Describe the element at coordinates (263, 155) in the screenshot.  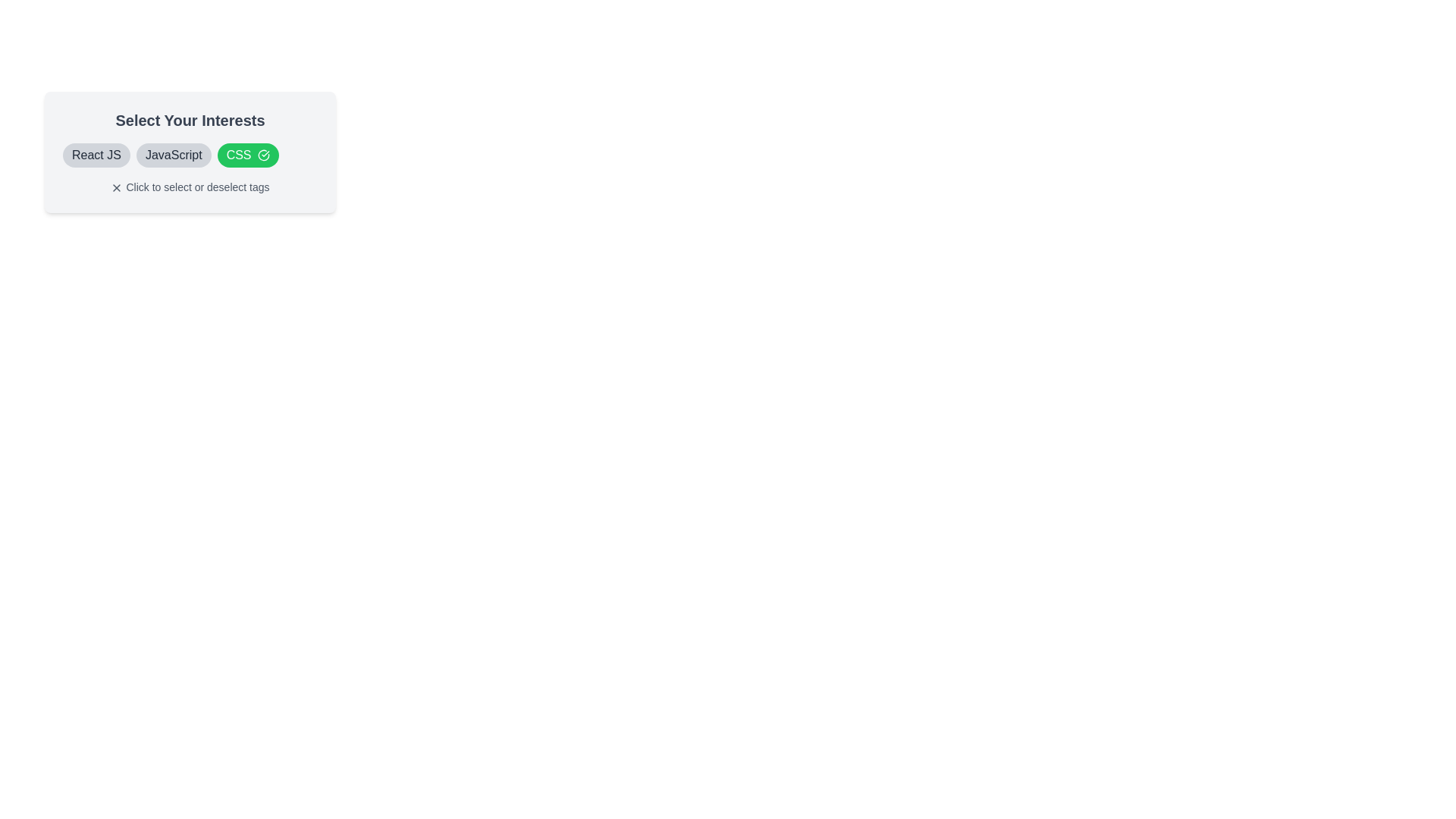
I see `the SVG check mark icon inside the green rounded rectangle` at that location.